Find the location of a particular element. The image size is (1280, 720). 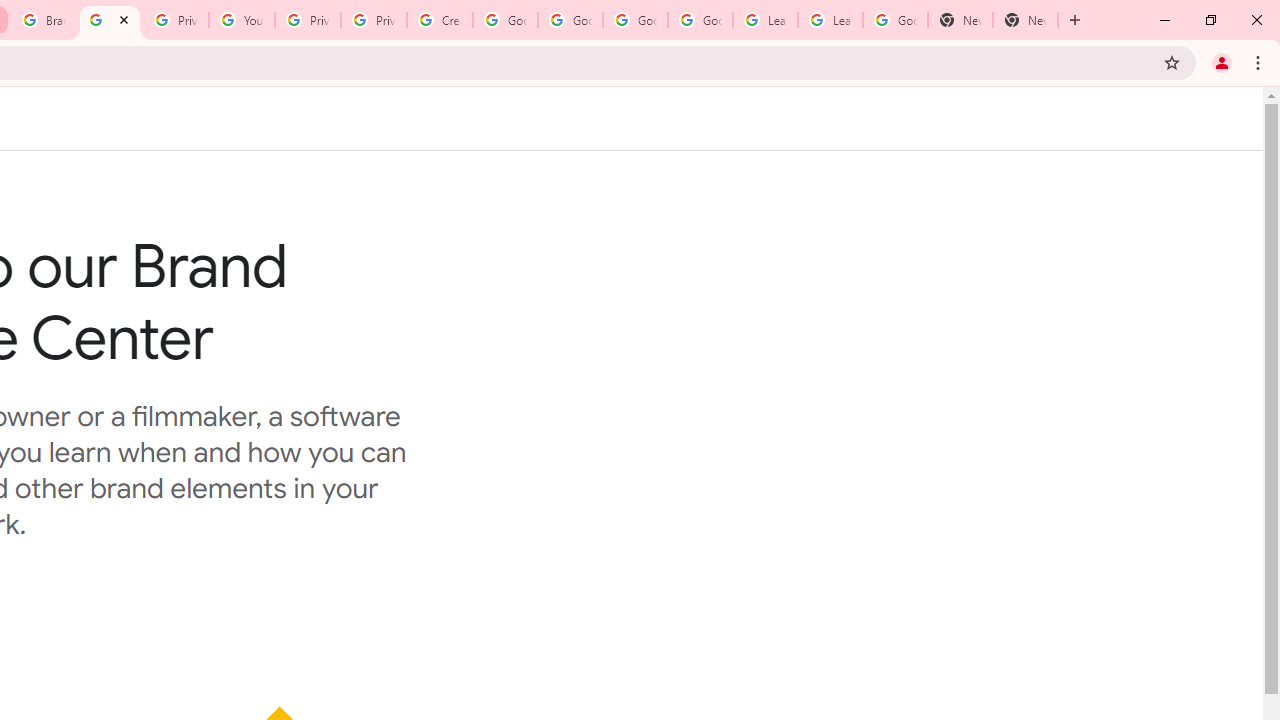

'Google Account' is located at coordinates (894, 20).